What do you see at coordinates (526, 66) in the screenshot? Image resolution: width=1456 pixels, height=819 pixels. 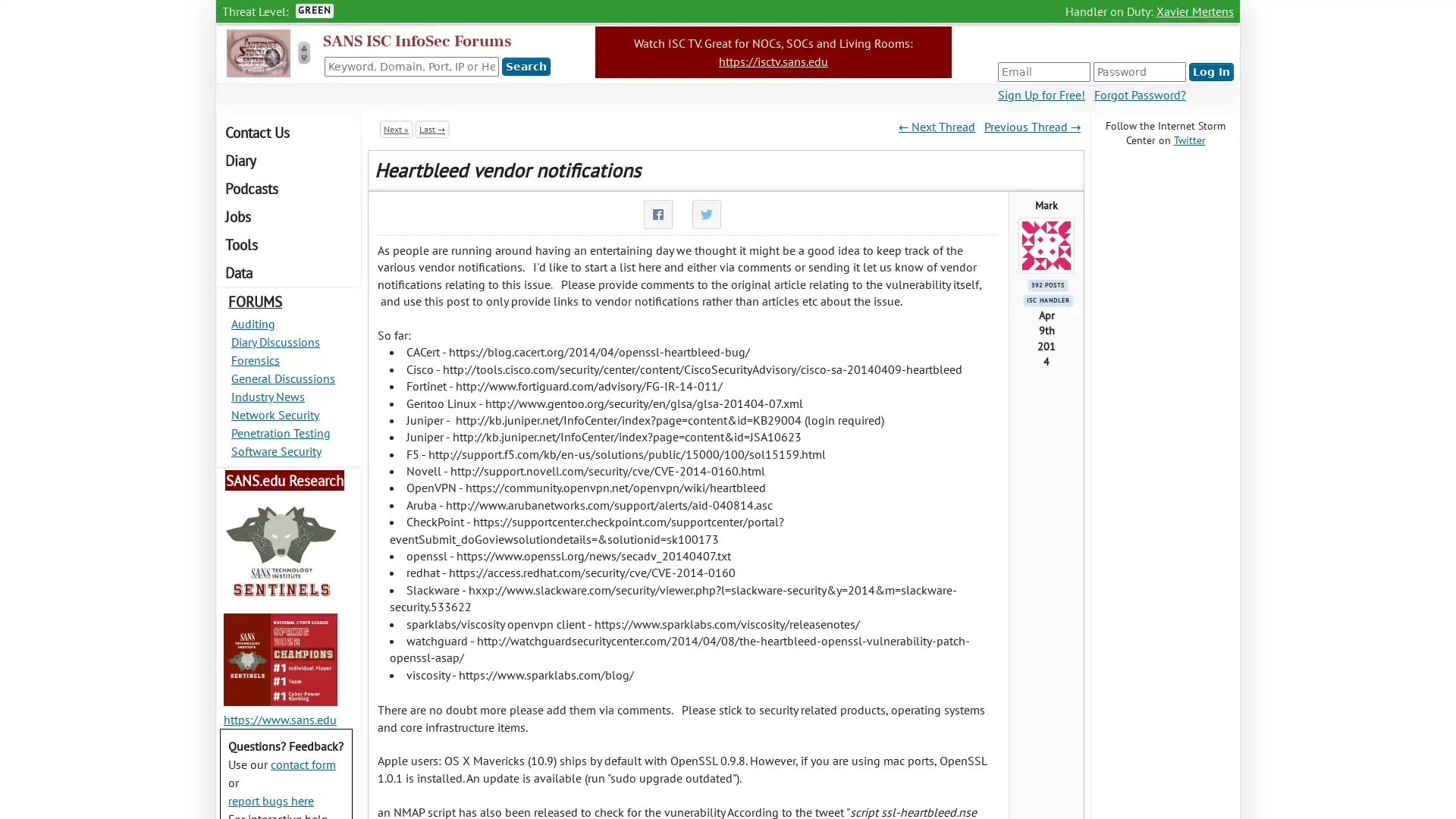 I see `Search` at bounding box center [526, 66].